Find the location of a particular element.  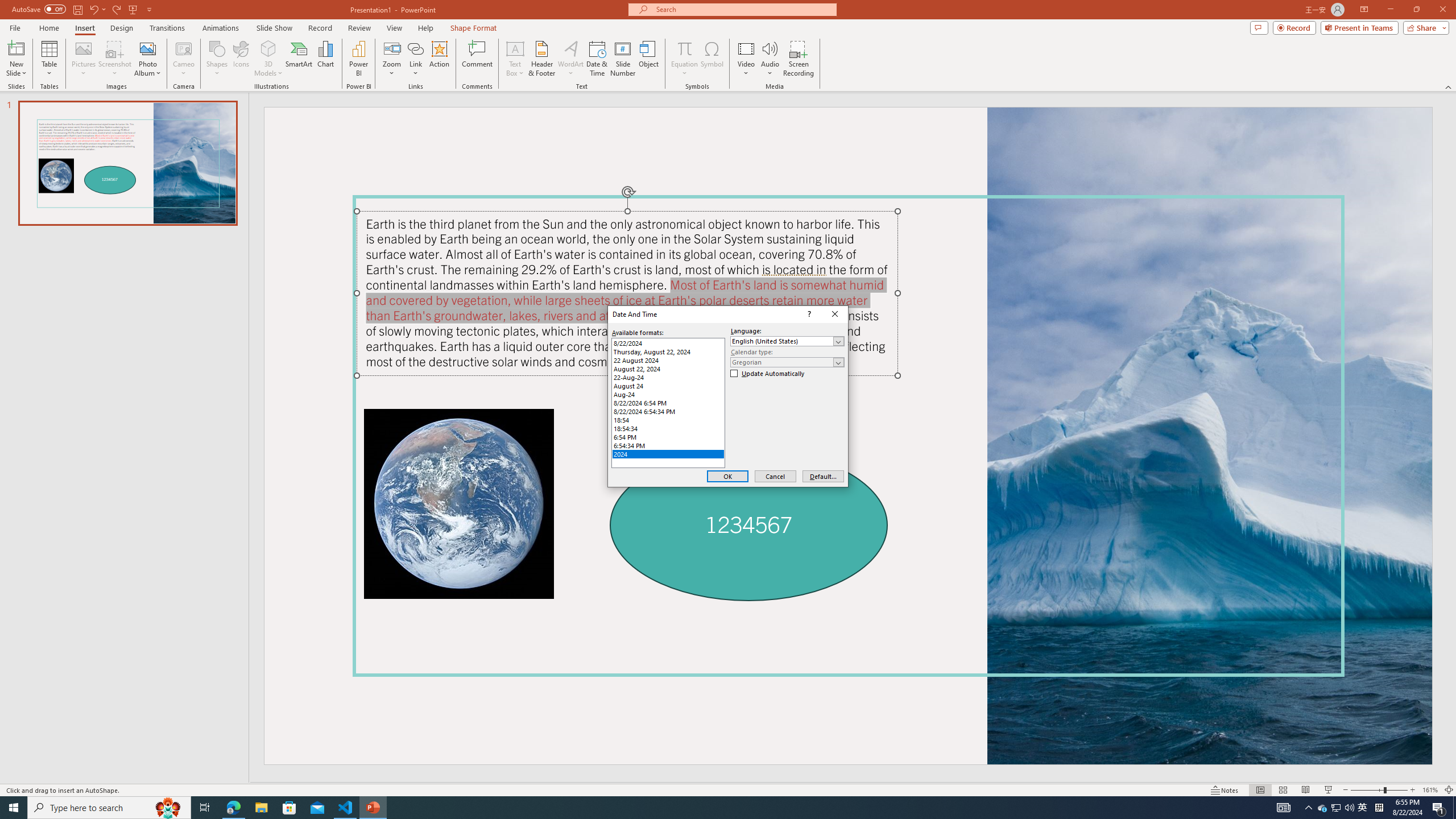

'Transitions' is located at coordinates (167, 28).